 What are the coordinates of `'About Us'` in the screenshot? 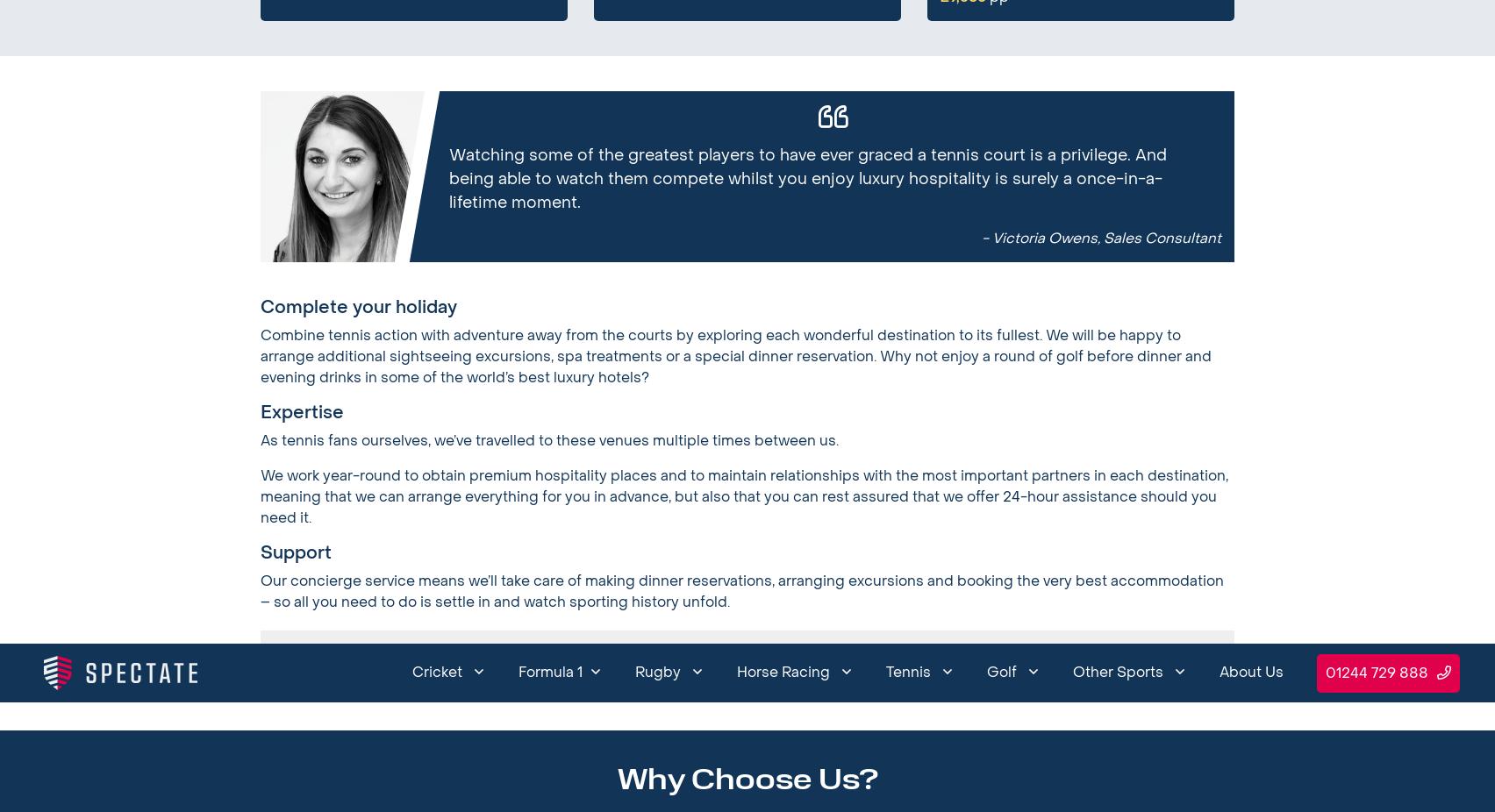 It's located at (376, 61).